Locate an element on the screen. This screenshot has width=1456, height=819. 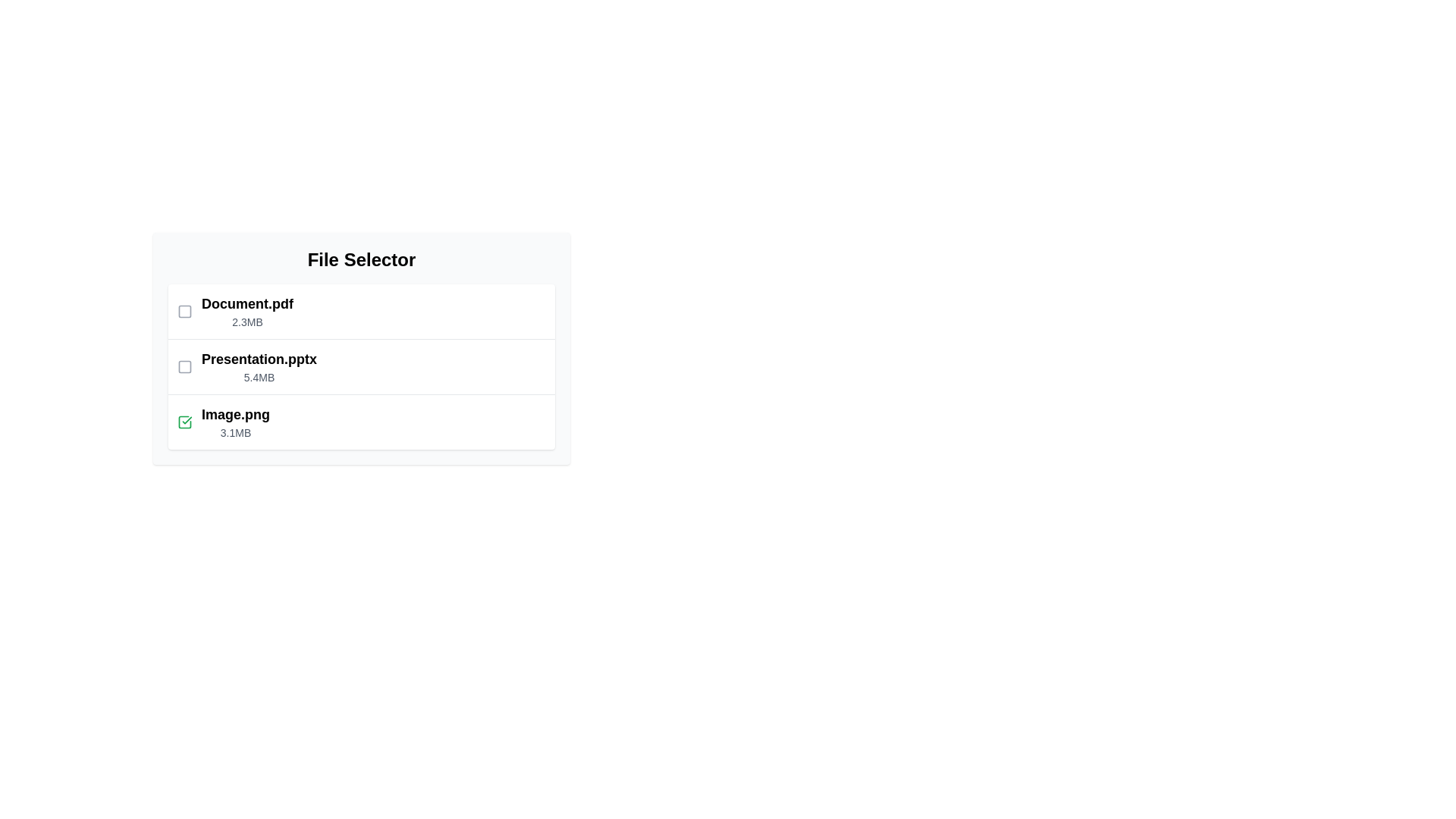
the file entry corresponding to Document.pdf is located at coordinates (360, 311).